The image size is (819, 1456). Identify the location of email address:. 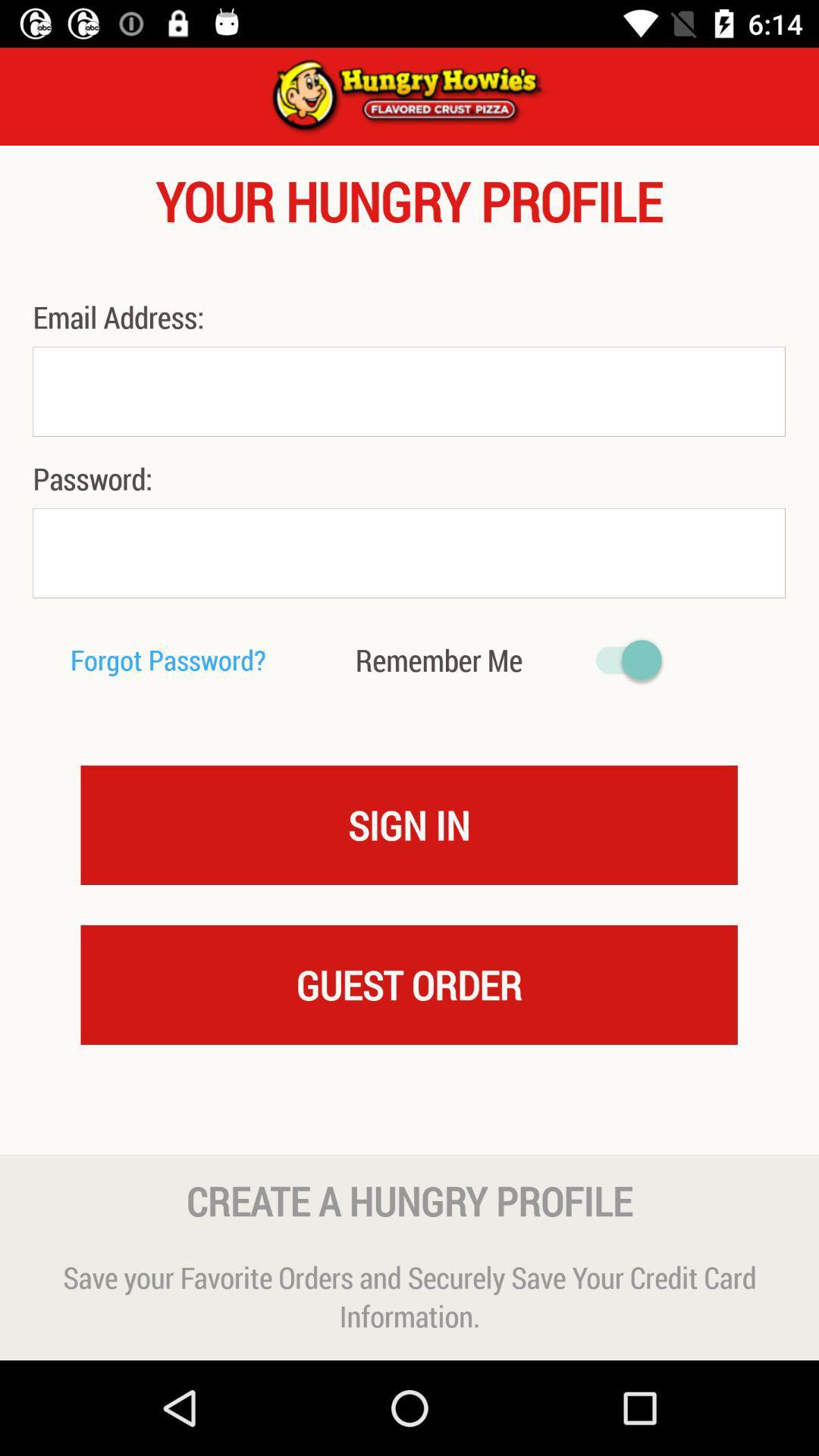
(121, 316).